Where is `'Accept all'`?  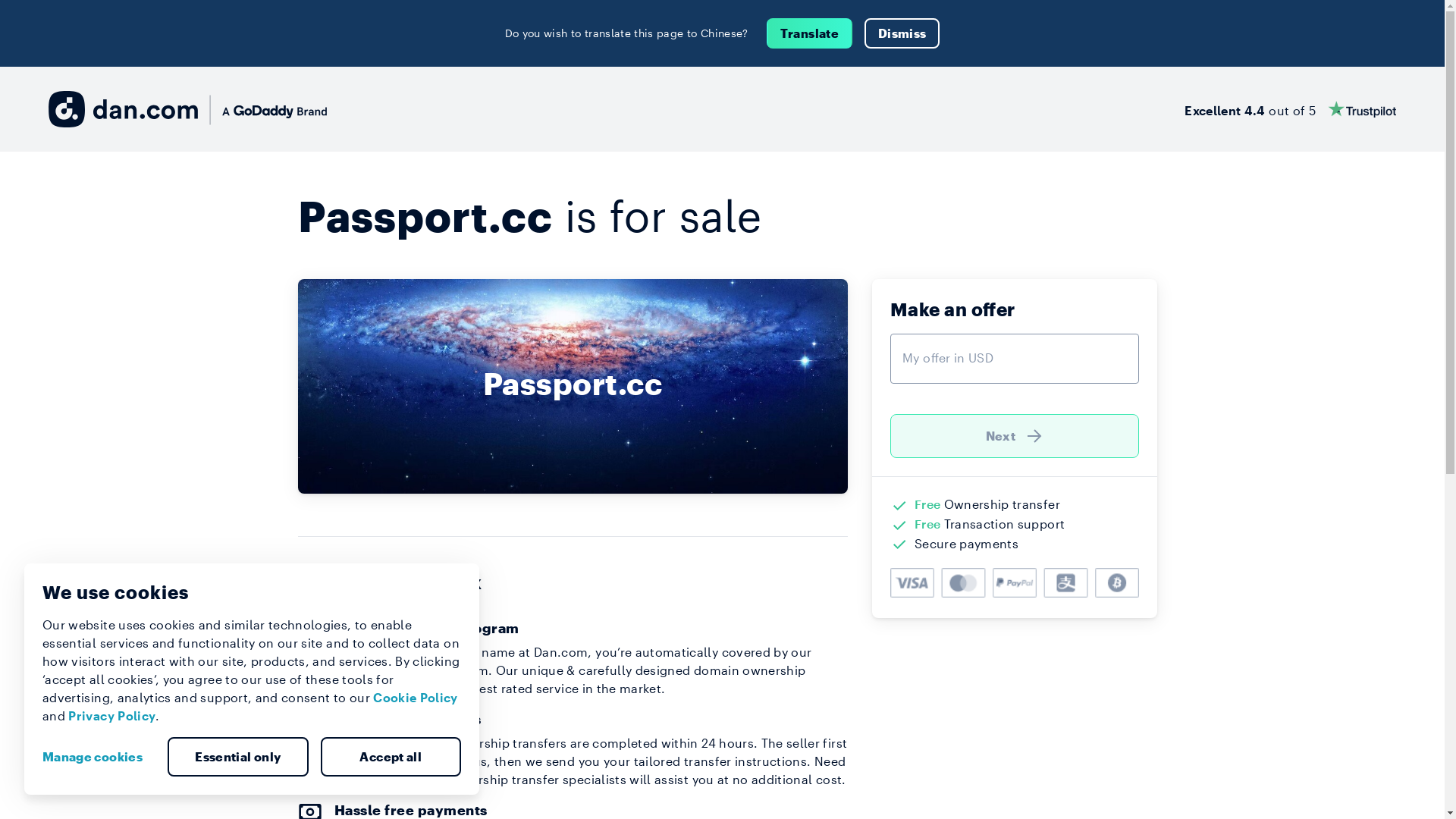 'Accept all' is located at coordinates (319, 757).